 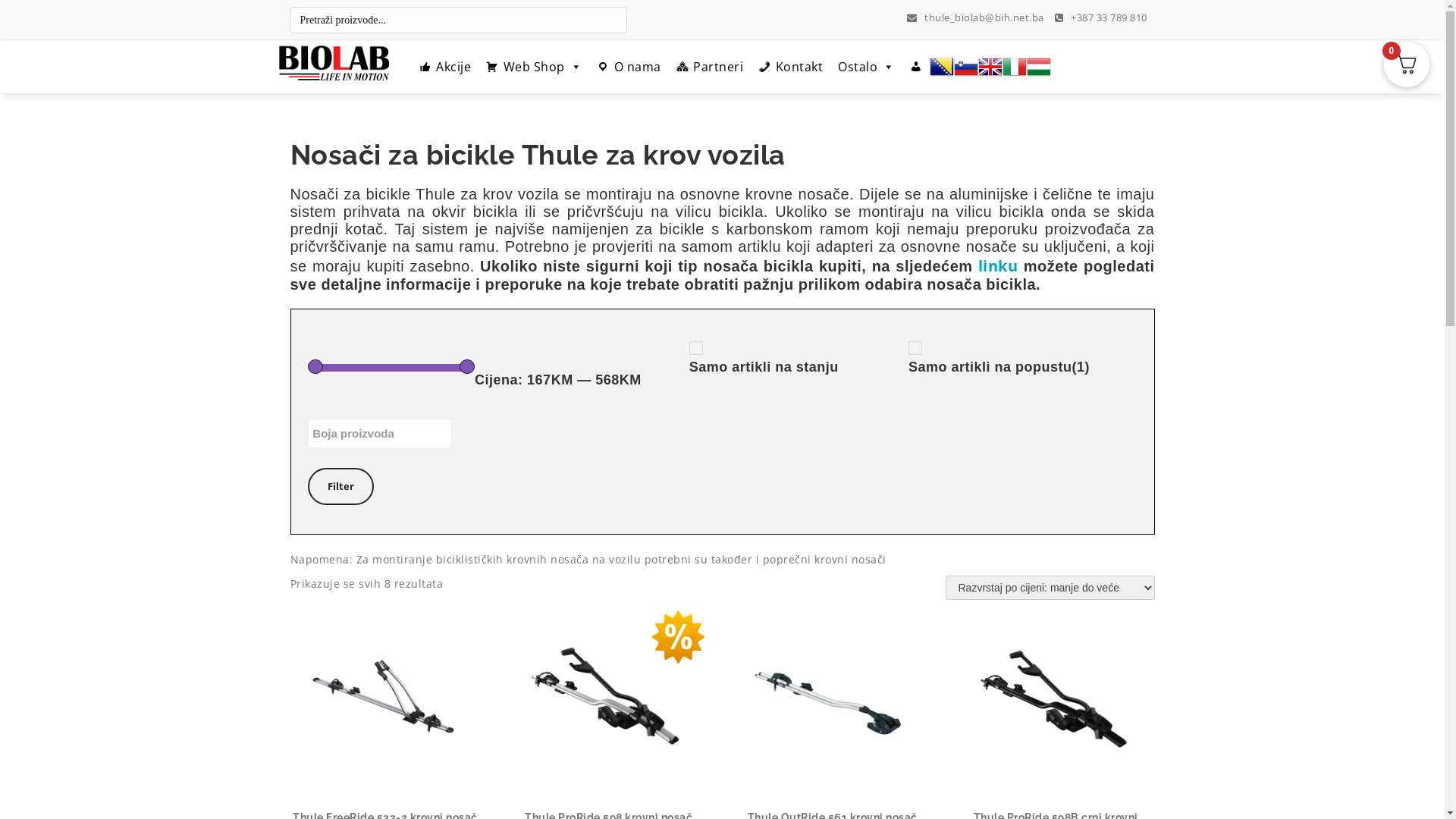 What do you see at coordinates (668, 66) in the screenshot?
I see `'Partneri'` at bounding box center [668, 66].